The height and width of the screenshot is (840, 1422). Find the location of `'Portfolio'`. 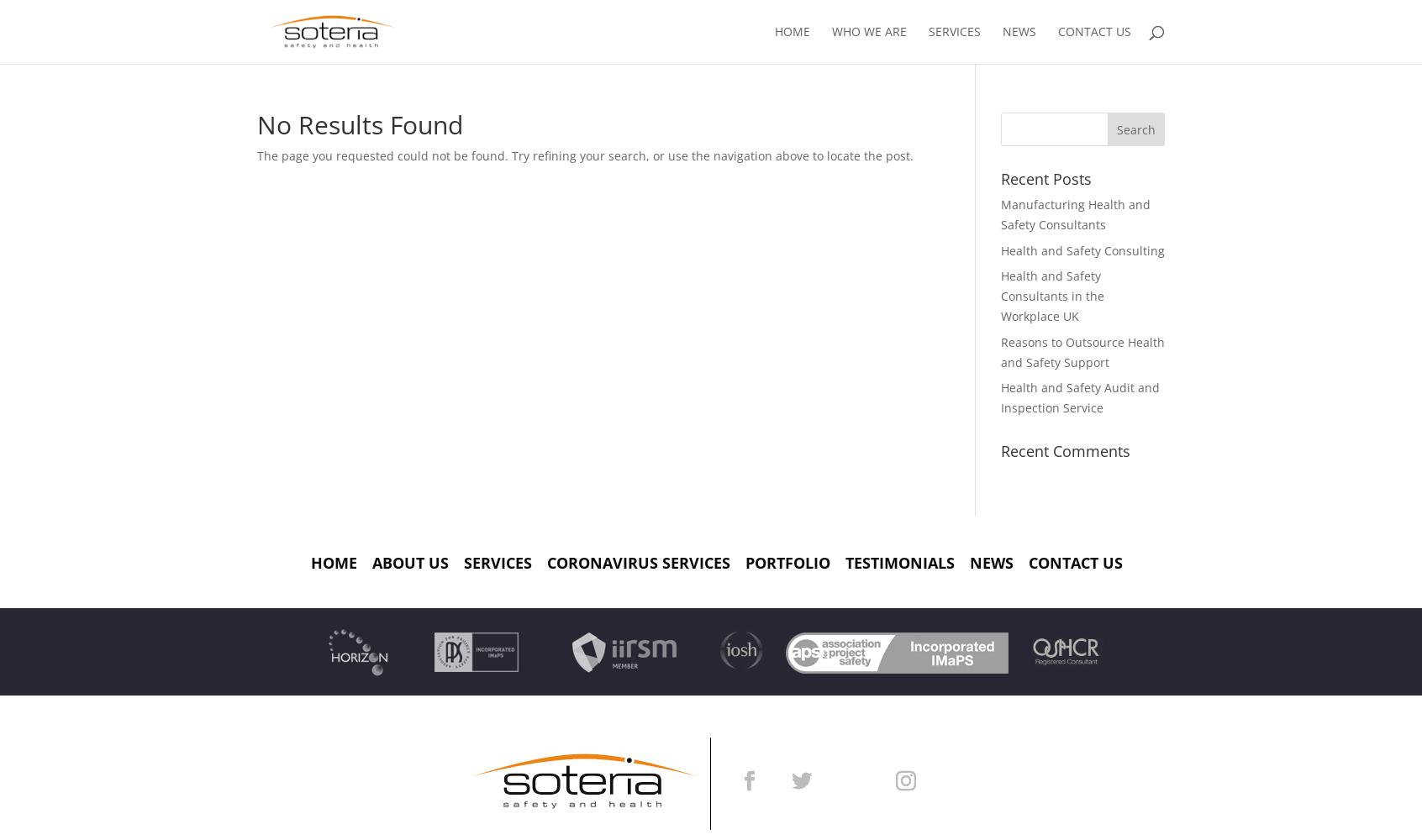

'Portfolio' is located at coordinates (787, 562).